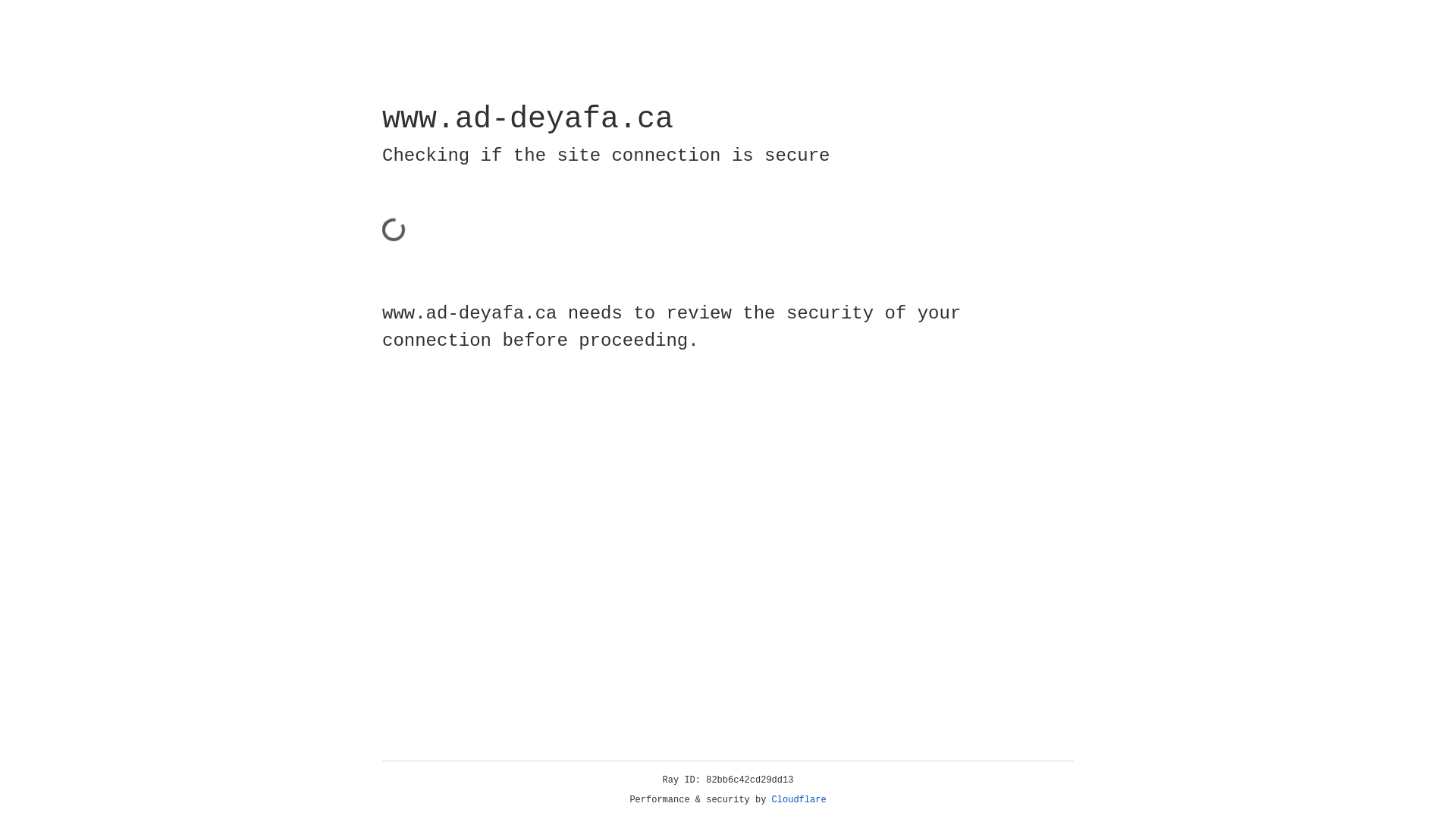  Describe the element at coordinates (799, 799) in the screenshot. I see `'Cloudflare'` at that location.